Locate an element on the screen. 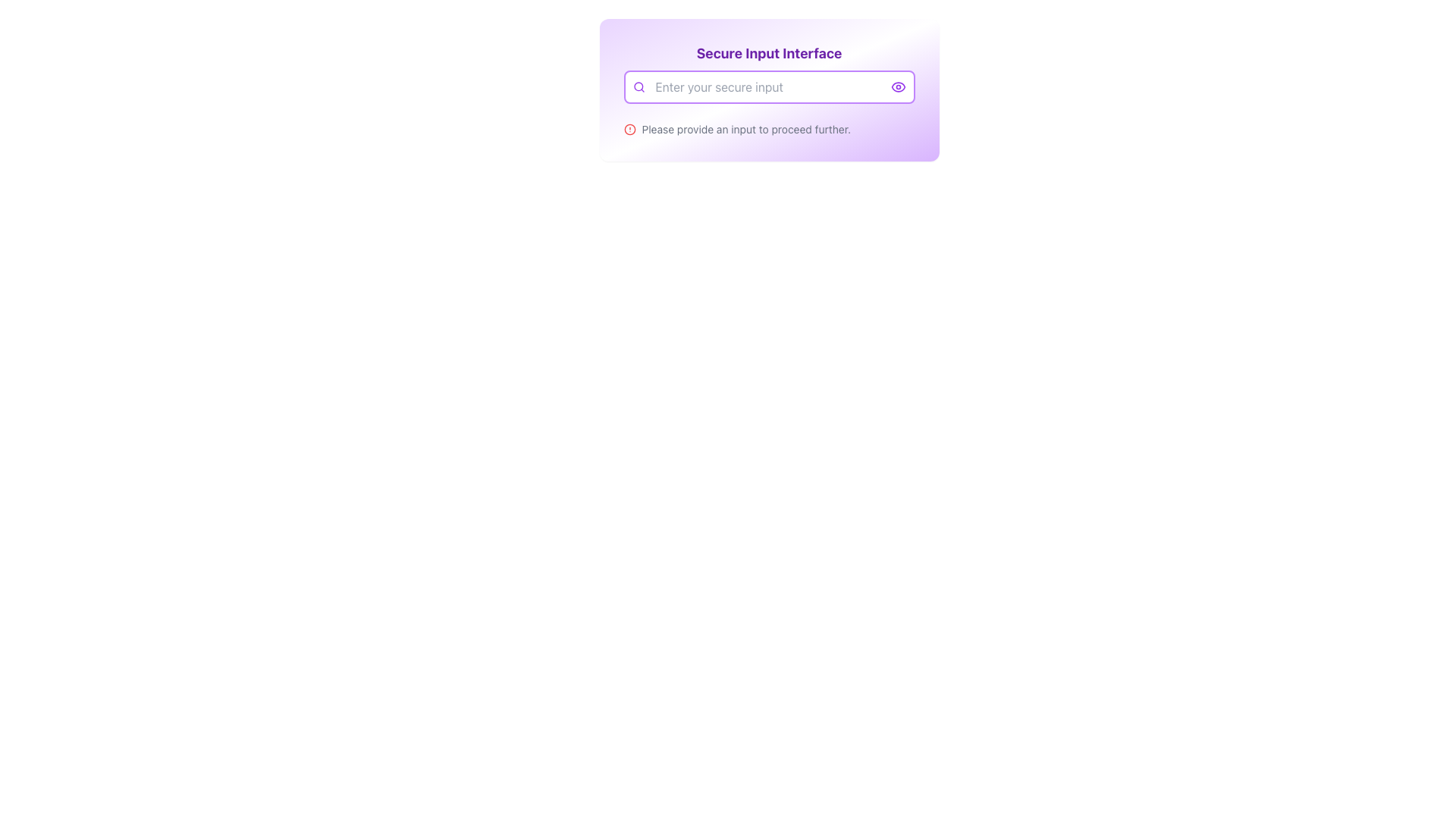 The width and height of the screenshot is (1456, 819). the circular eye icon button with a purple outline located to the far right of the text input field is located at coordinates (898, 87).